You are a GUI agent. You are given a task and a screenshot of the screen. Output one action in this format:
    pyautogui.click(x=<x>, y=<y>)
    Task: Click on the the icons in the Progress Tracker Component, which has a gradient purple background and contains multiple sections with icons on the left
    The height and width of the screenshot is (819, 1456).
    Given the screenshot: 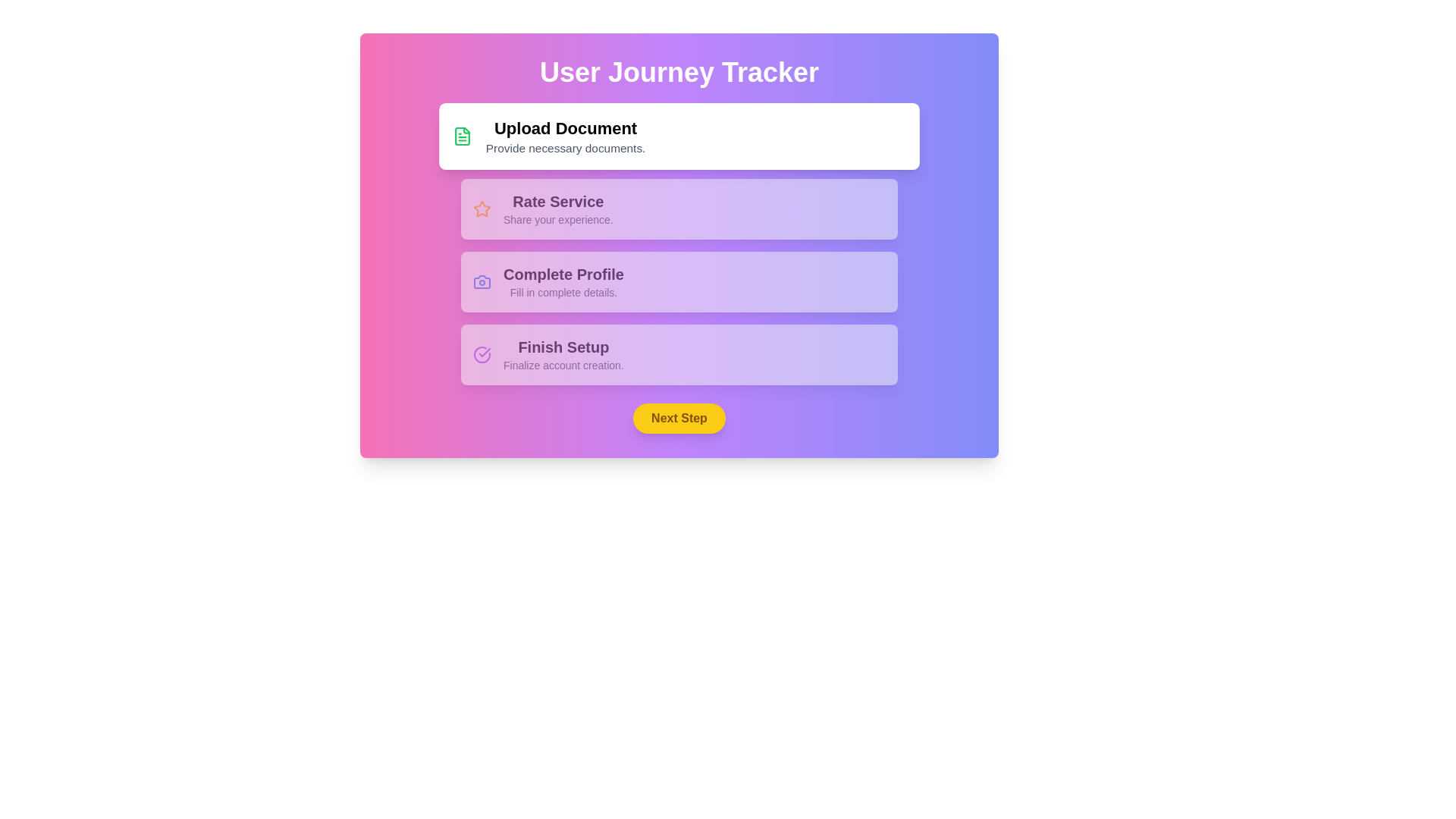 What is the action you would take?
    pyautogui.click(x=679, y=245)
    